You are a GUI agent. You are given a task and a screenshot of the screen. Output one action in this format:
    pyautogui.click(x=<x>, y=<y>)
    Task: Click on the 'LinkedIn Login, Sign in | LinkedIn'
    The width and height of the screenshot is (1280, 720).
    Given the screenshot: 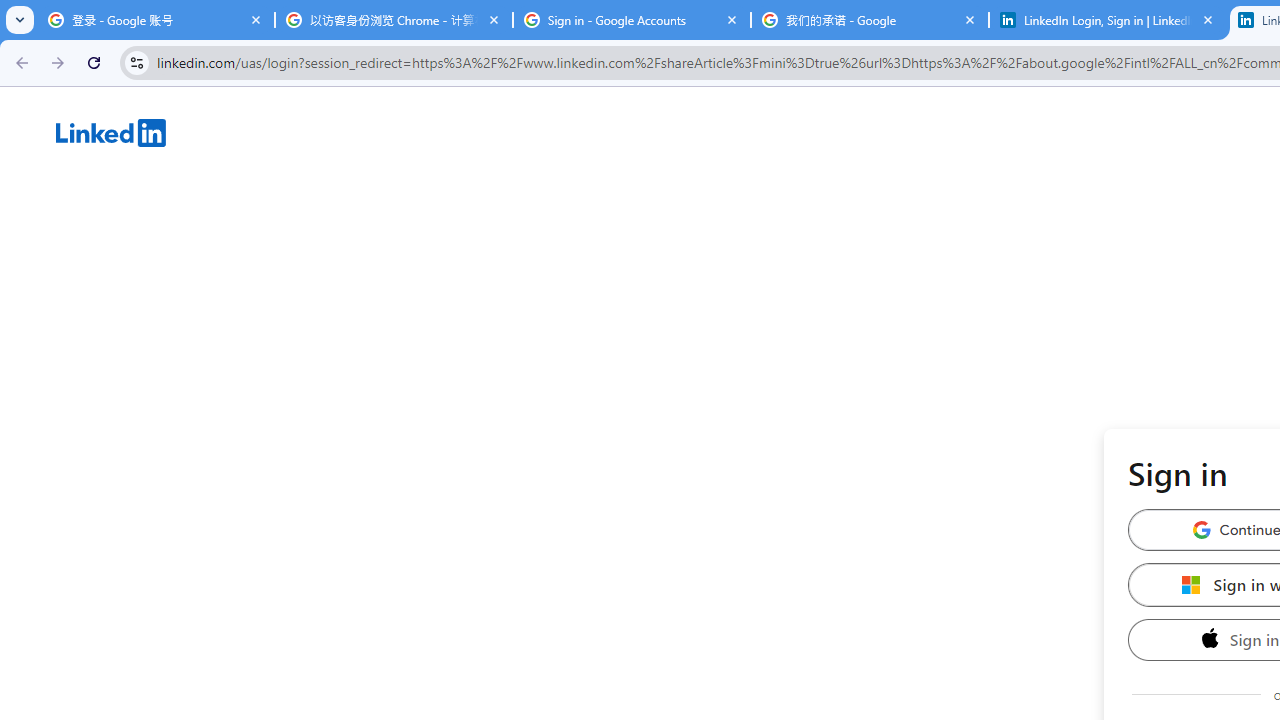 What is the action you would take?
    pyautogui.click(x=1107, y=20)
    